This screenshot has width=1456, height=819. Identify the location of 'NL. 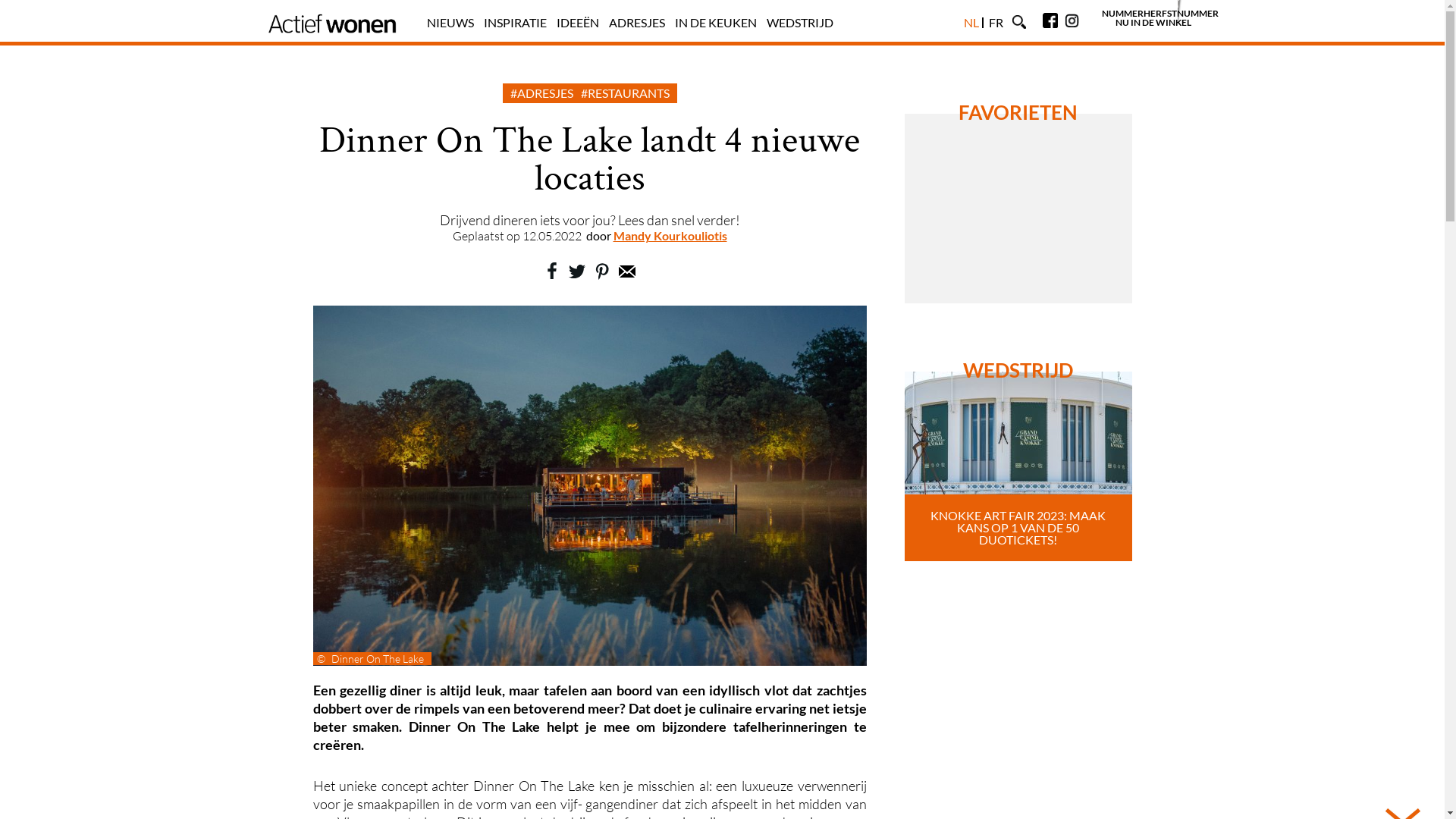
(971, 22).